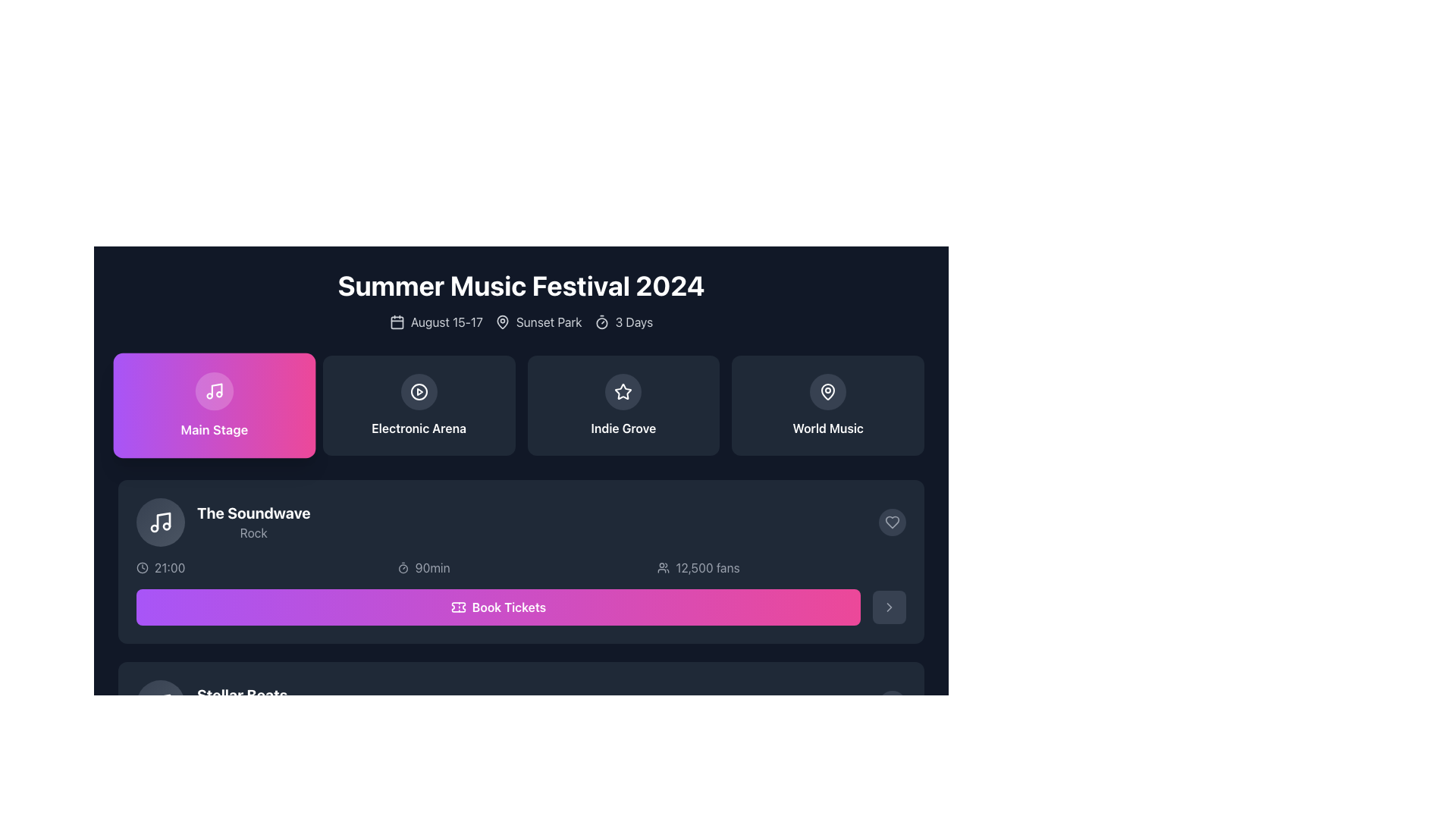 This screenshot has width=1456, height=819. What do you see at coordinates (521, 789) in the screenshot?
I see `the button below the details of 'The Soundwave' event to initiate the ticket booking process` at bounding box center [521, 789].